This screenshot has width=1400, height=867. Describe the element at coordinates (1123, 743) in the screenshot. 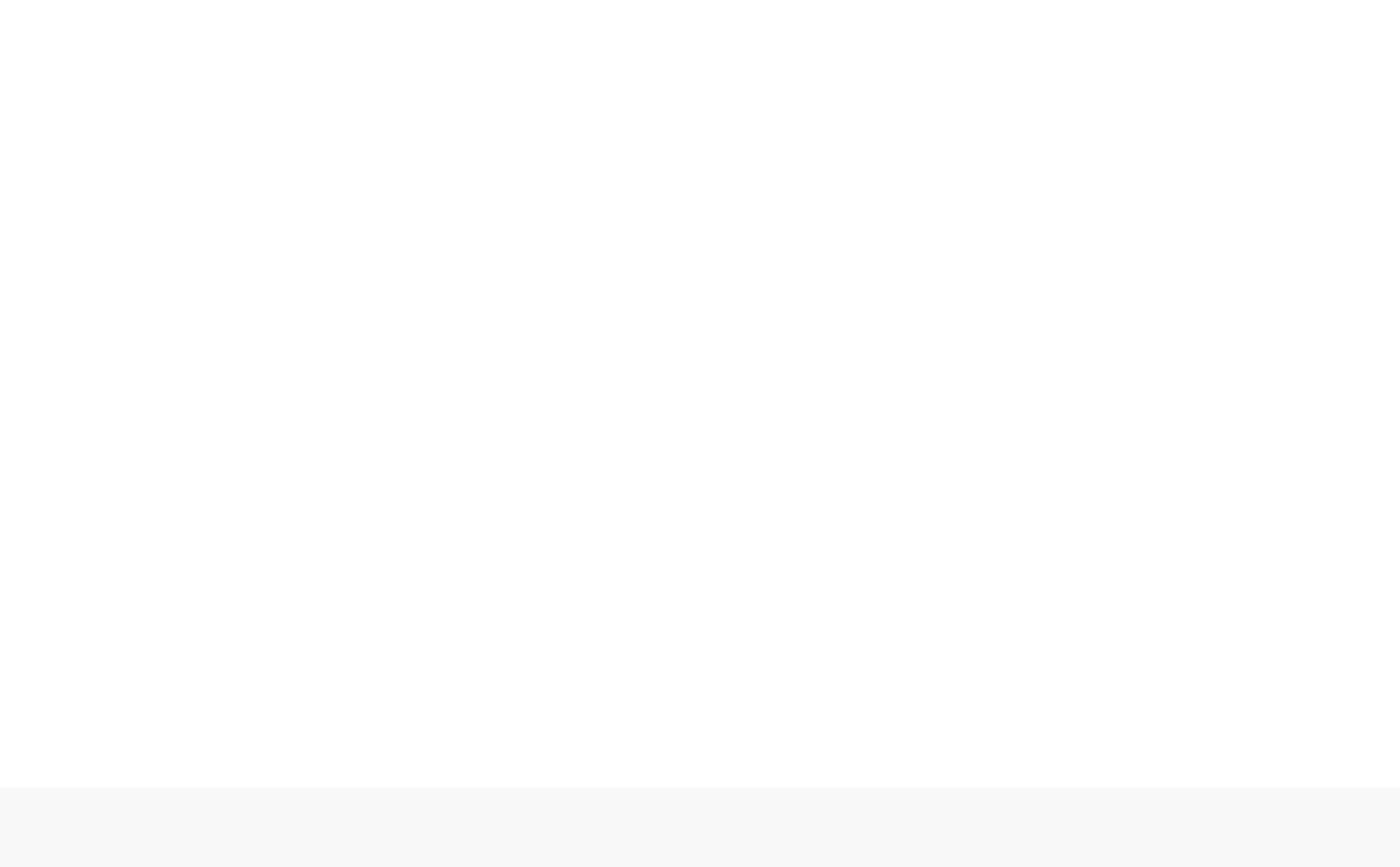

I see `'1789'` at that location.